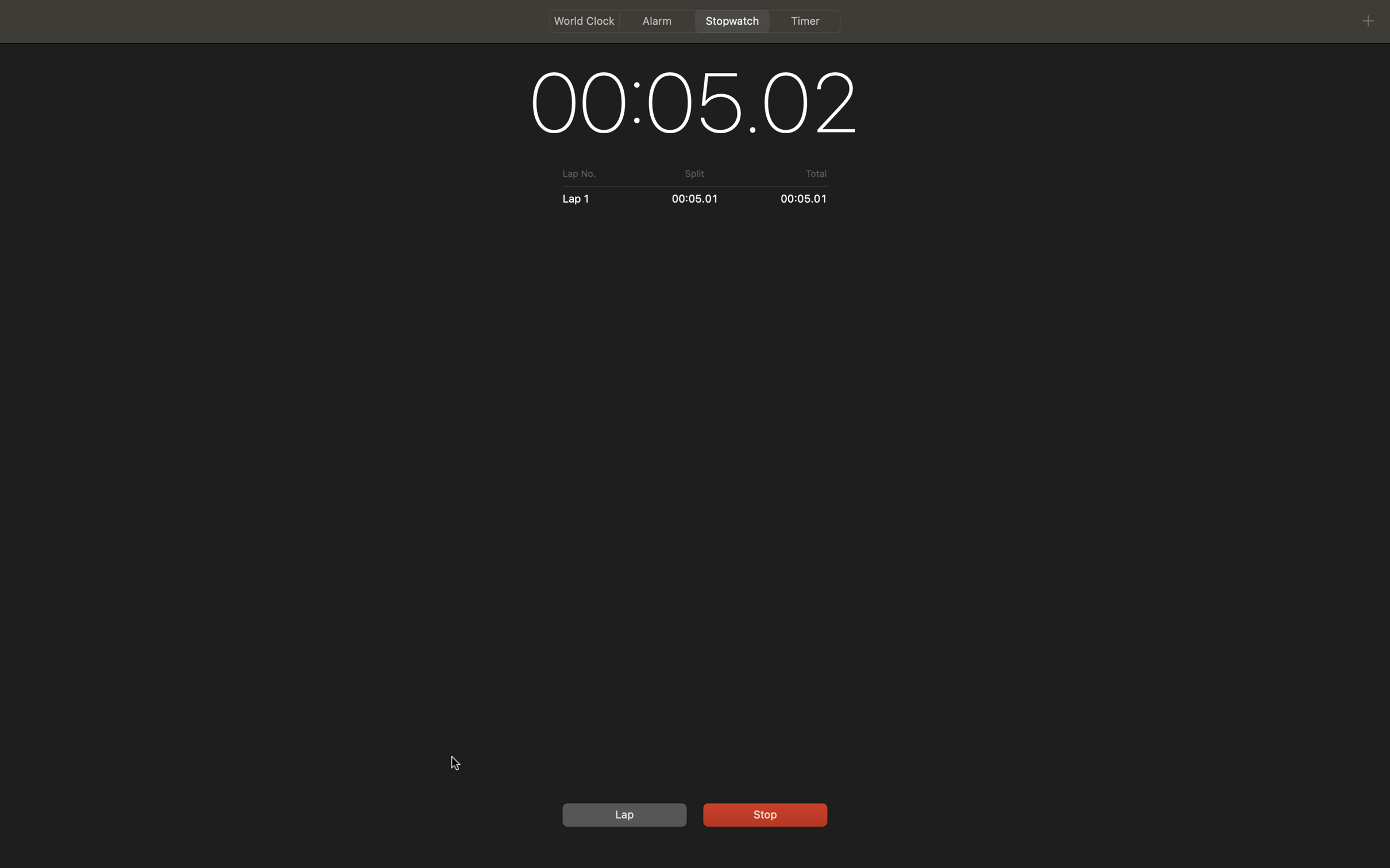 This screenshot has width=1390, height=868. What do you see at coordinates (622, 814) in the screenshot?
I see `Capture a lap time and subsequently stop the timer` at bounding box center [622, 814].